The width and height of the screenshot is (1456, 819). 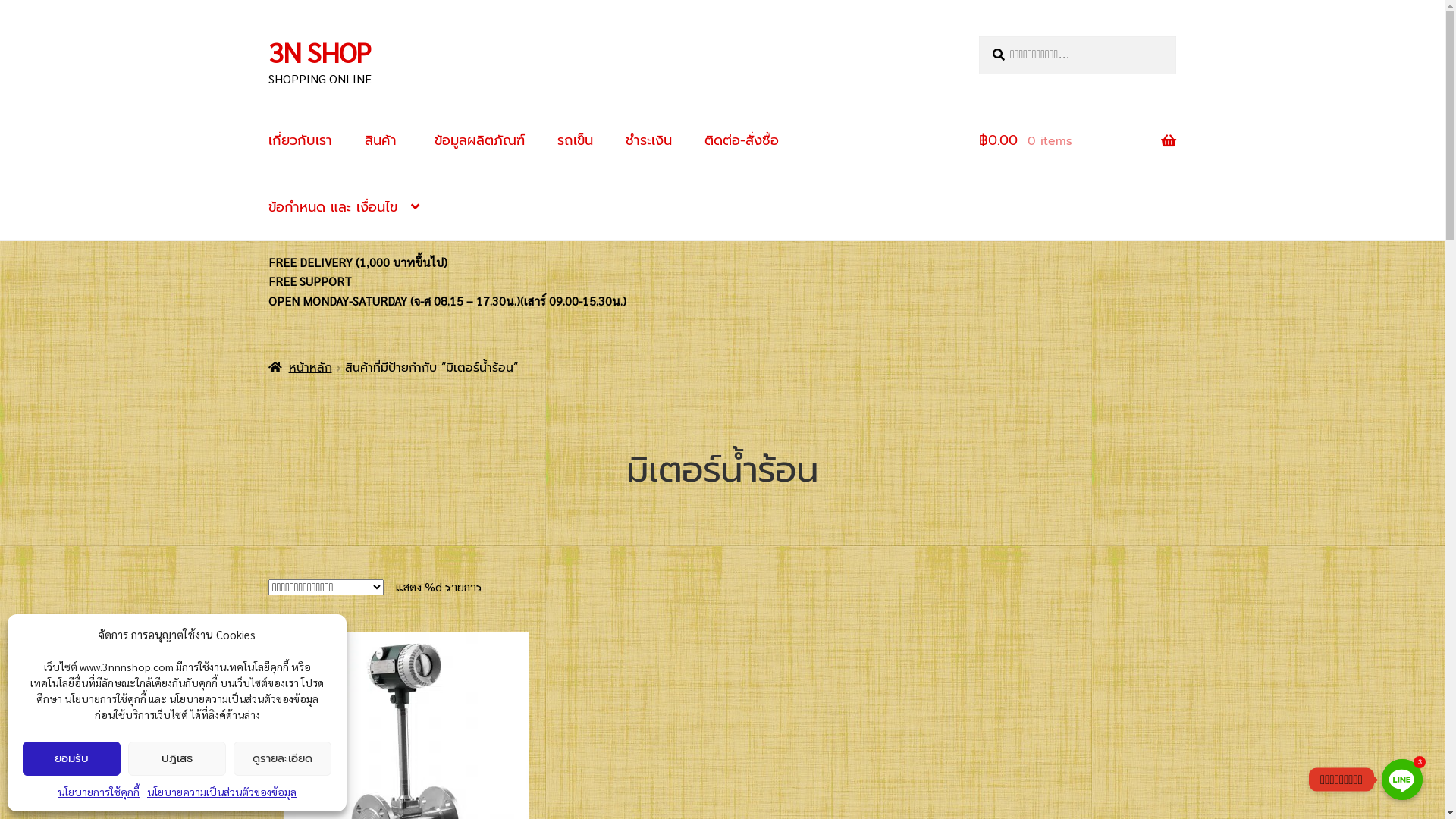 I want to click on 'Skip to navigation', so click(x=268, y=34).